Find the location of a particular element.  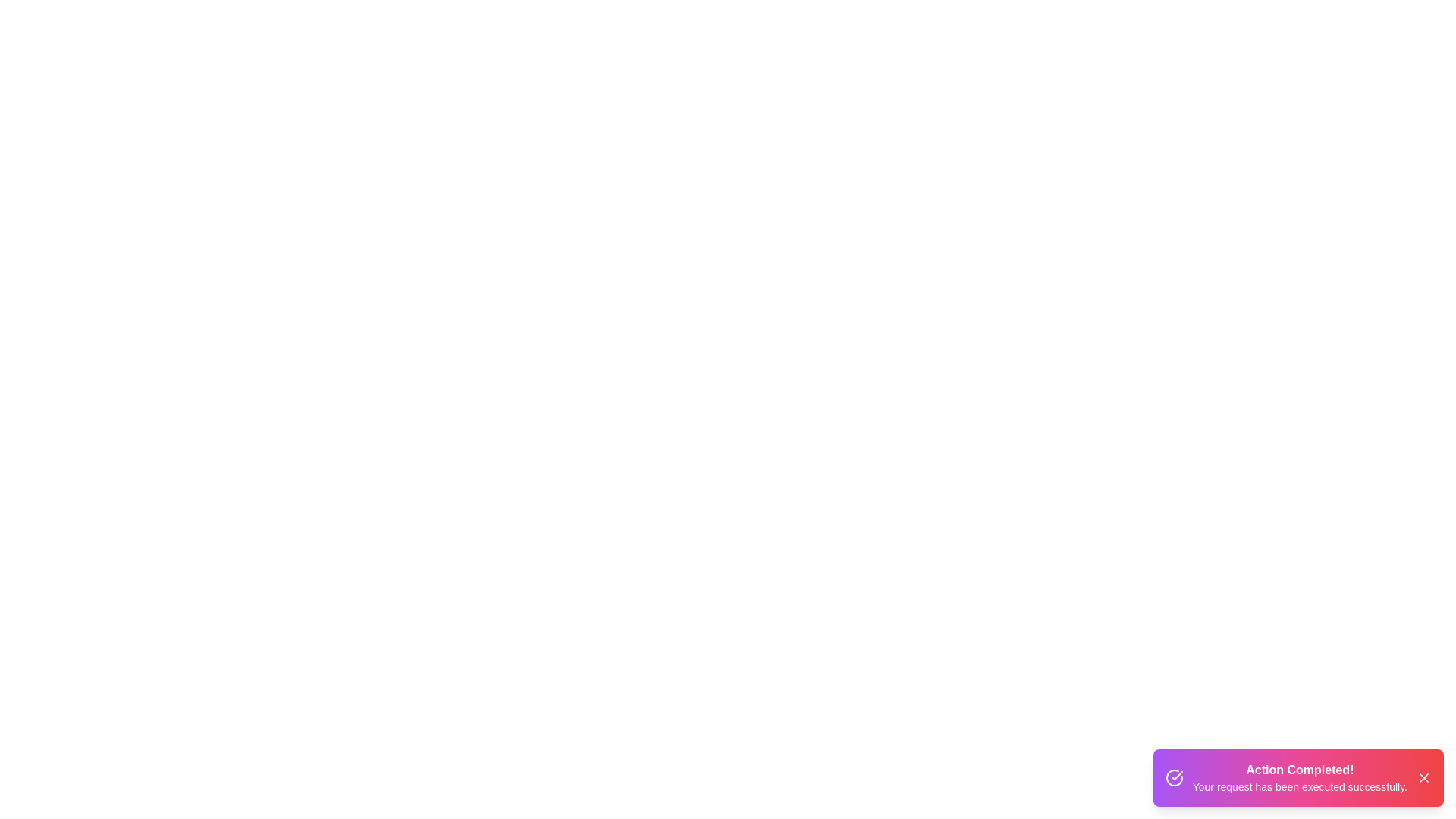

text message that states 'Your request has been executed successfully.' located in the notification box, below the title 'Action Completed!' is located at coordinates (1299, 786).